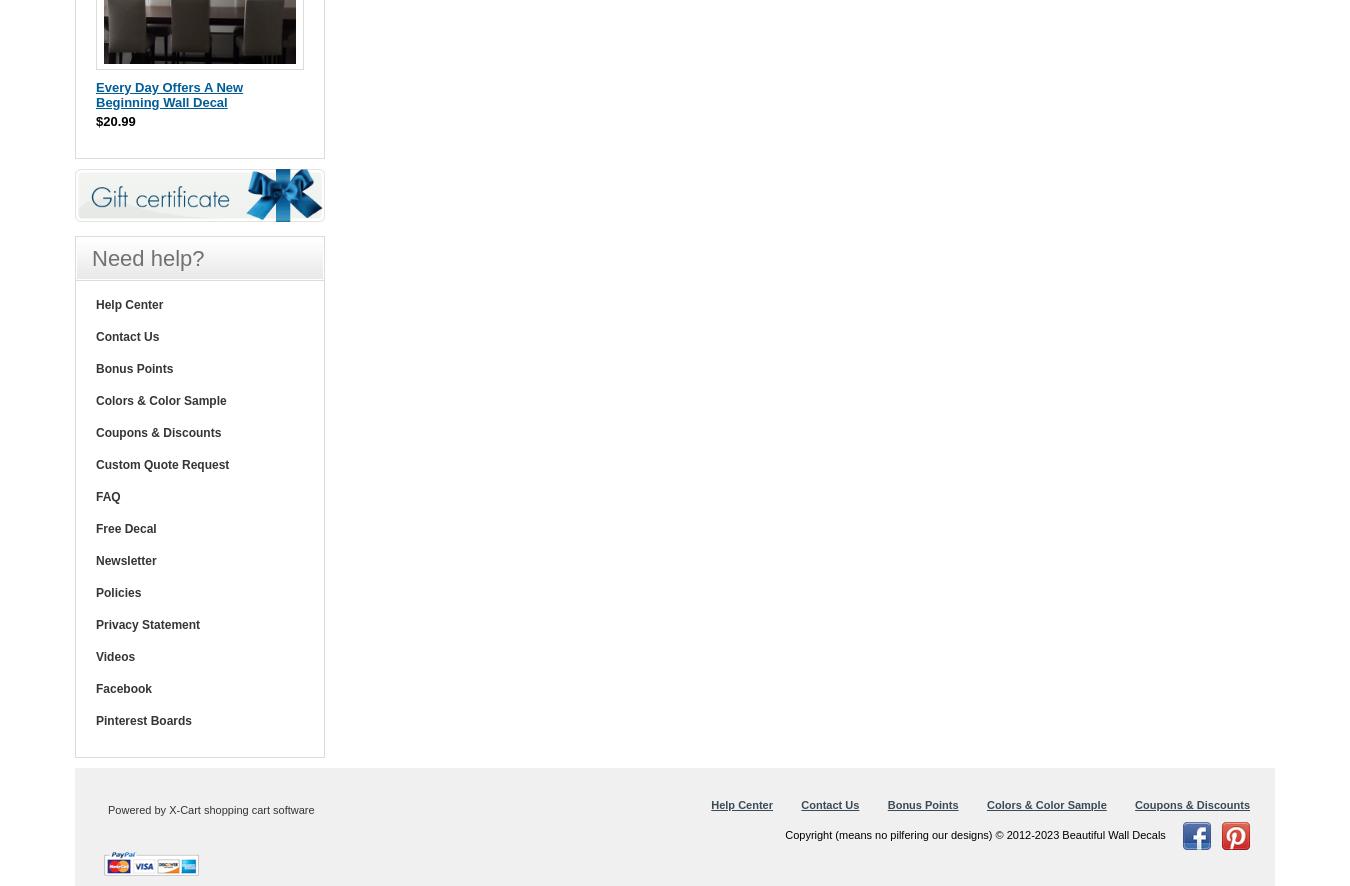 Image resolution: width=1350 pixels, height=886 pixels. What do you see at coordinates (162, 463) in the screenshot?
I see `'Custom Quote Request'` at bounding box center [162, 463].